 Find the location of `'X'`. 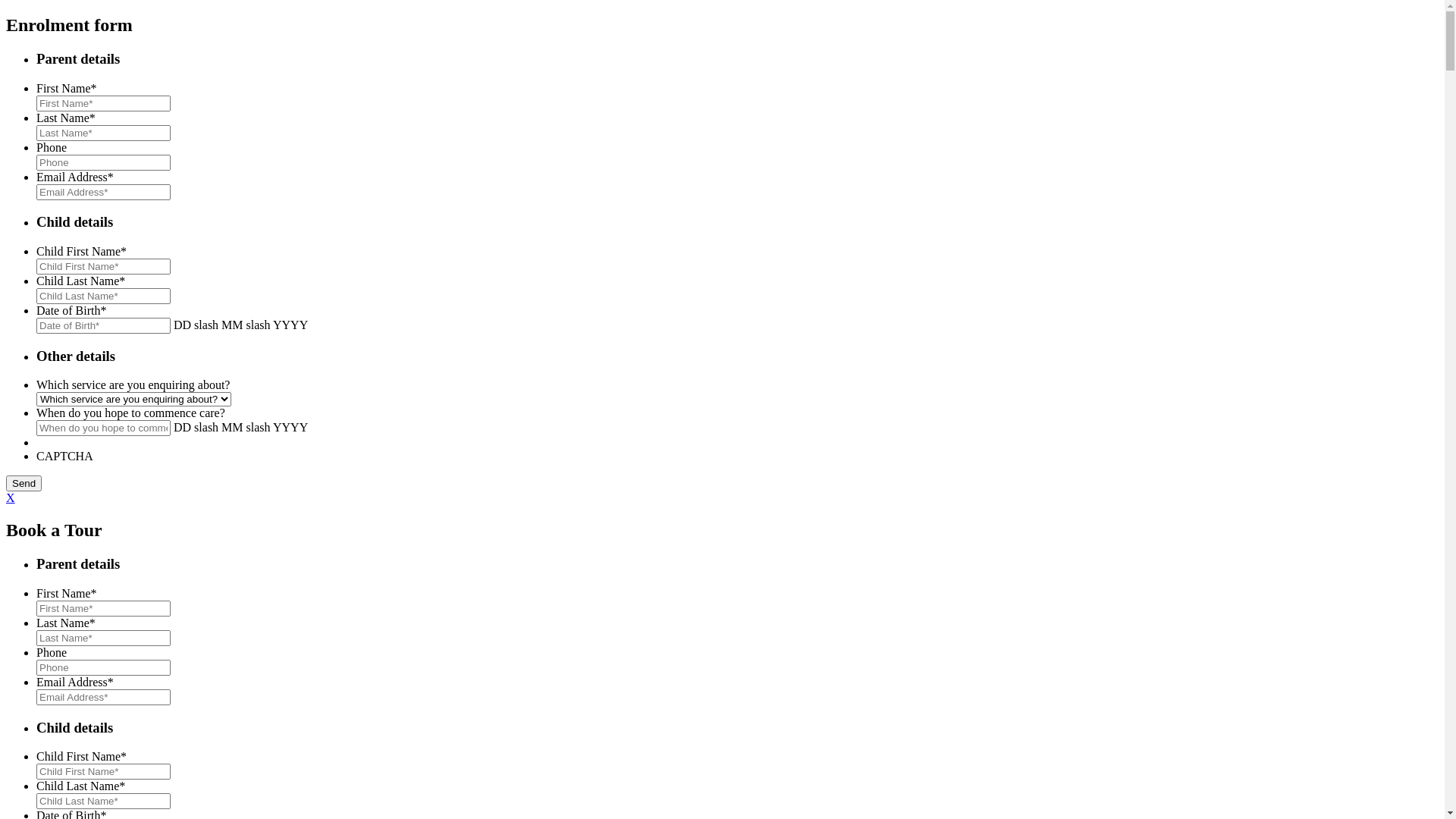

'X' is located at coordinates (11, 497).